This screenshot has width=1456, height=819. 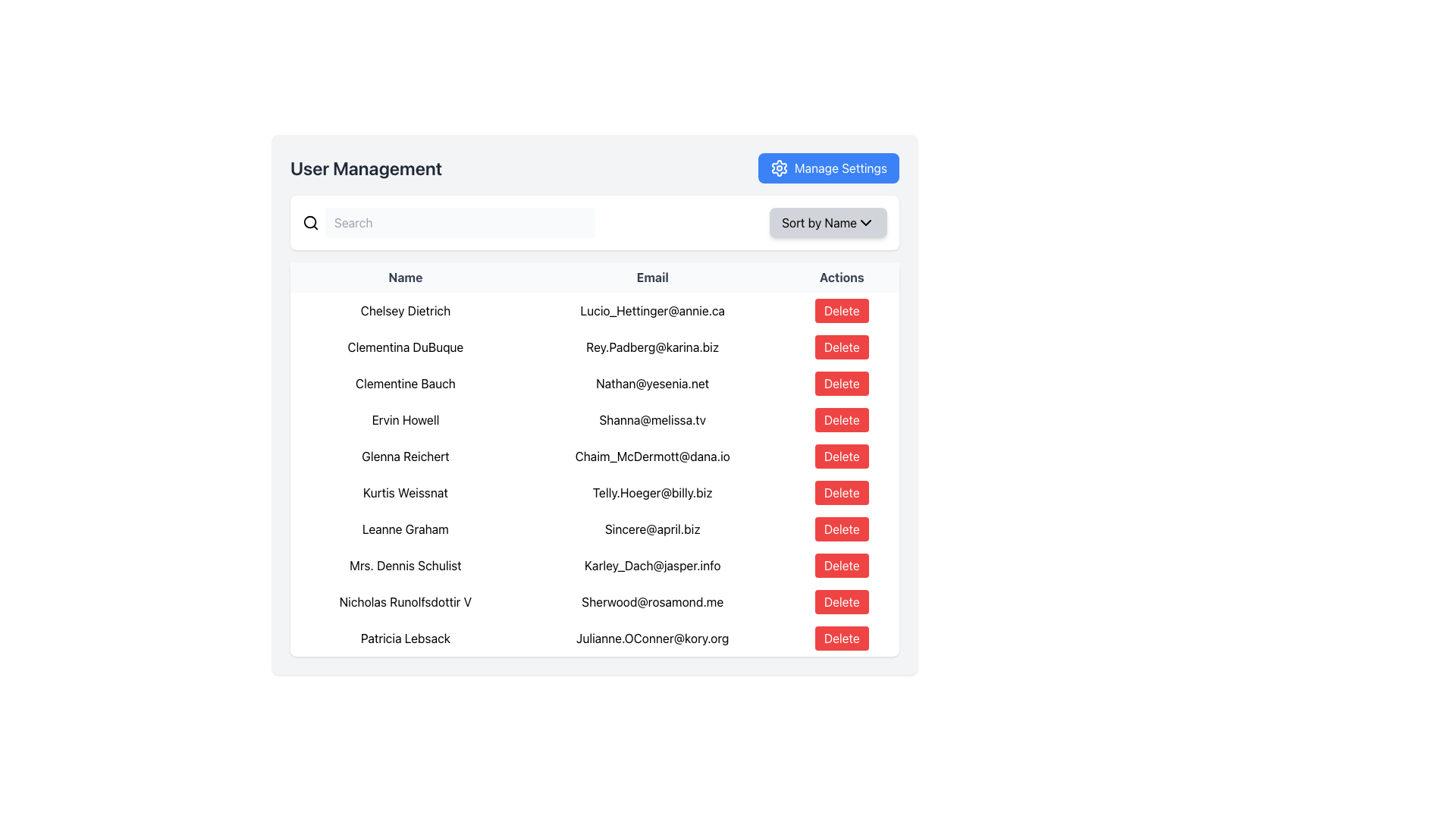 What do you see at coordinates (405, 565) in the screenshot?
I see `the text label displaying 'Mrs. Dennis Schulist' located in the 'Name' column of the table in the seventh row` at bounding box center [405, 565].